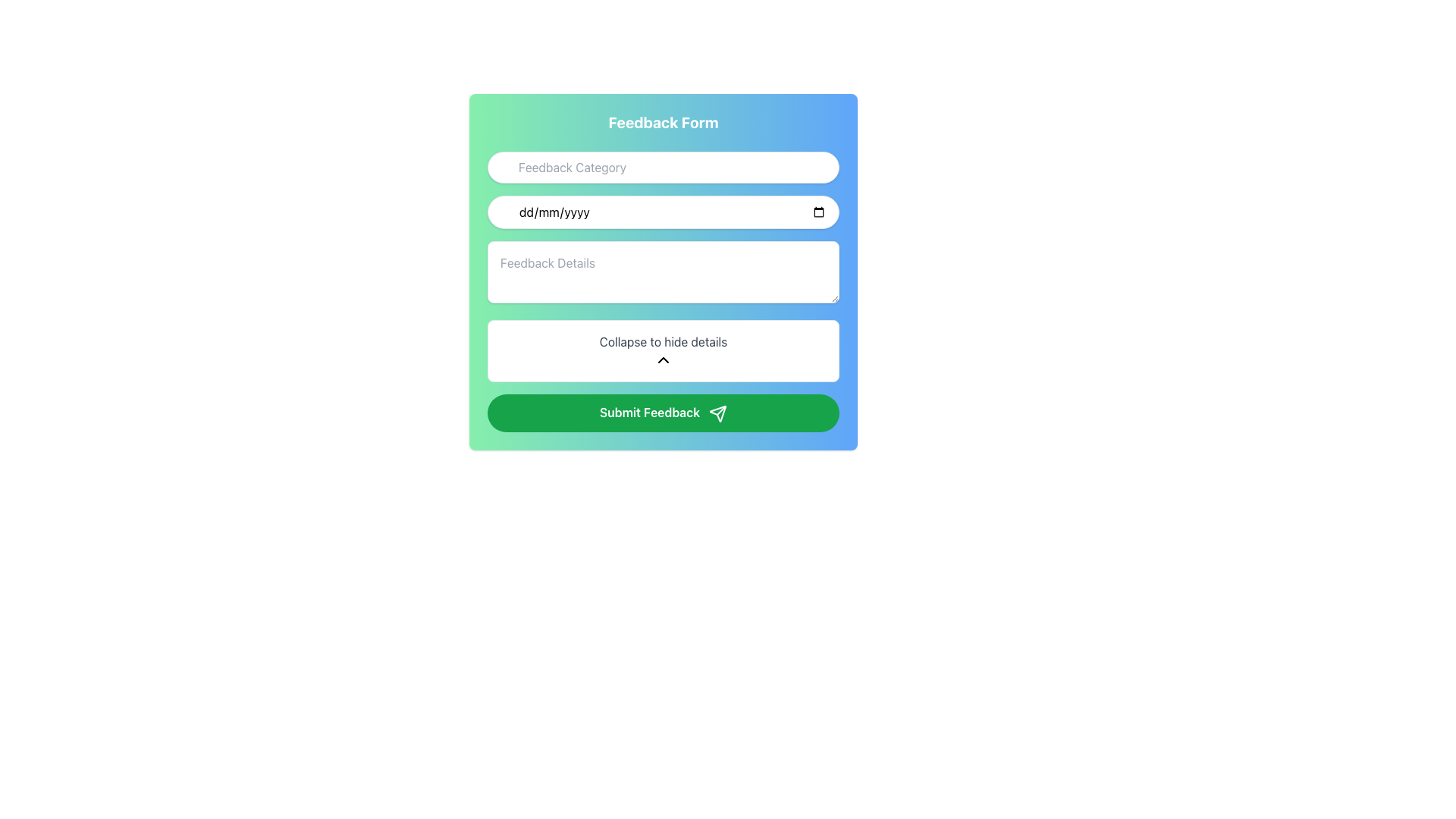 The width and height of the screenshot is (1456, 819). What do you see at coordinates (663, 412) in the screenshot?
I see `the feedback submission button located at the bottom of the 'Feedback Form' interface` at bounding box center [663, 412].